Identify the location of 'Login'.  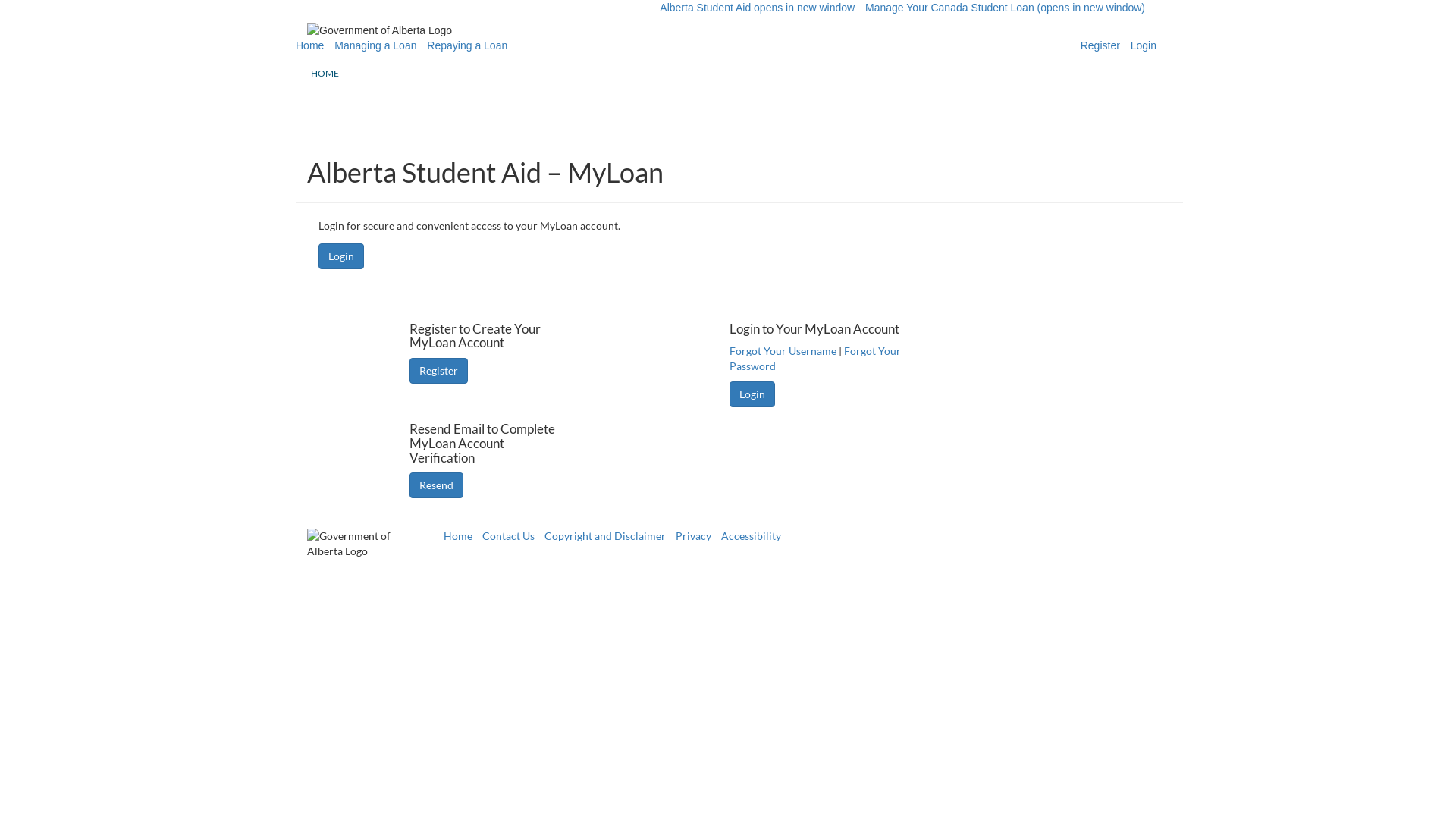
(752, 394).